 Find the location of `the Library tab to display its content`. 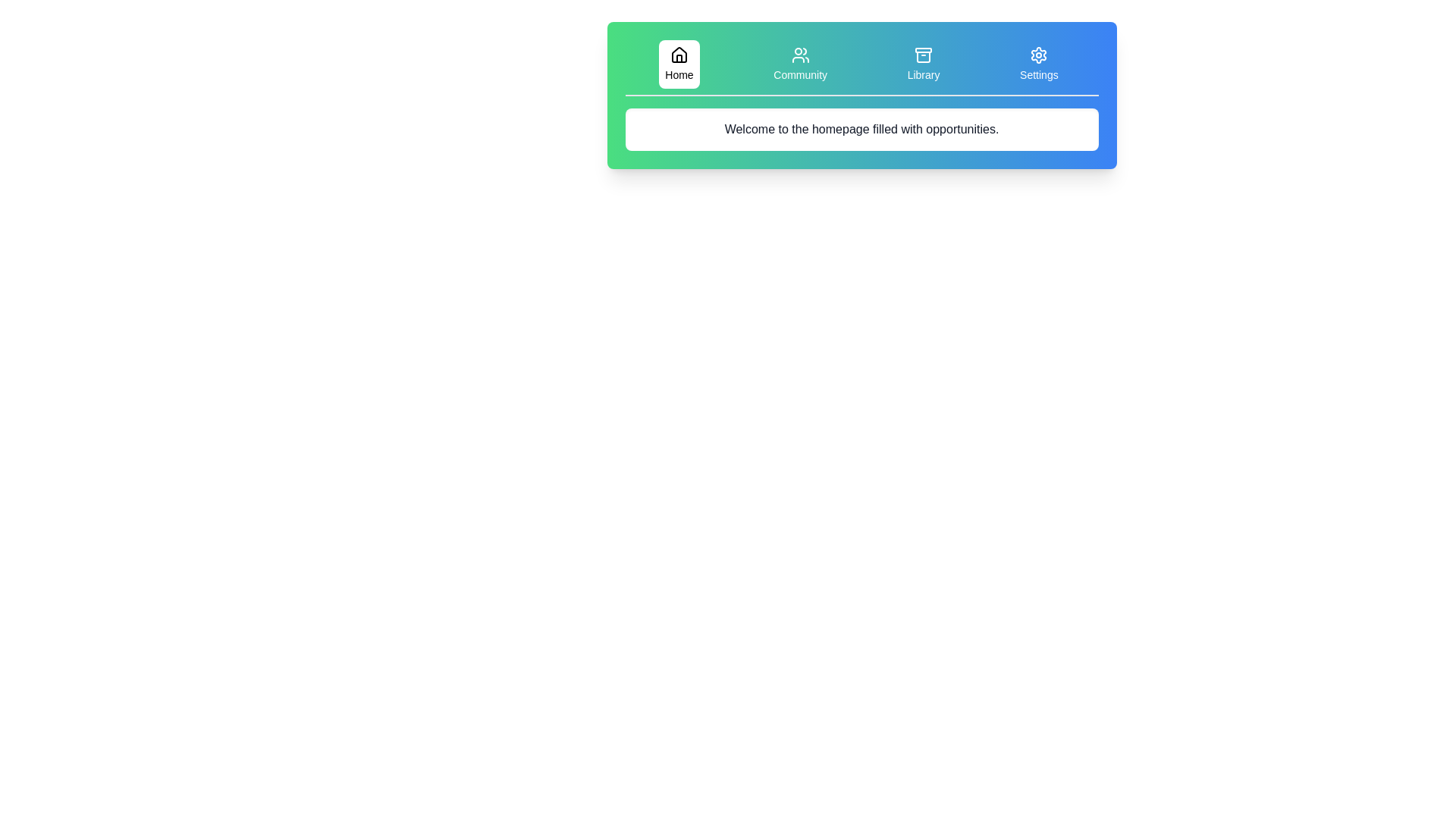

the Library tab to display its content is located at coordinates (923, 63).